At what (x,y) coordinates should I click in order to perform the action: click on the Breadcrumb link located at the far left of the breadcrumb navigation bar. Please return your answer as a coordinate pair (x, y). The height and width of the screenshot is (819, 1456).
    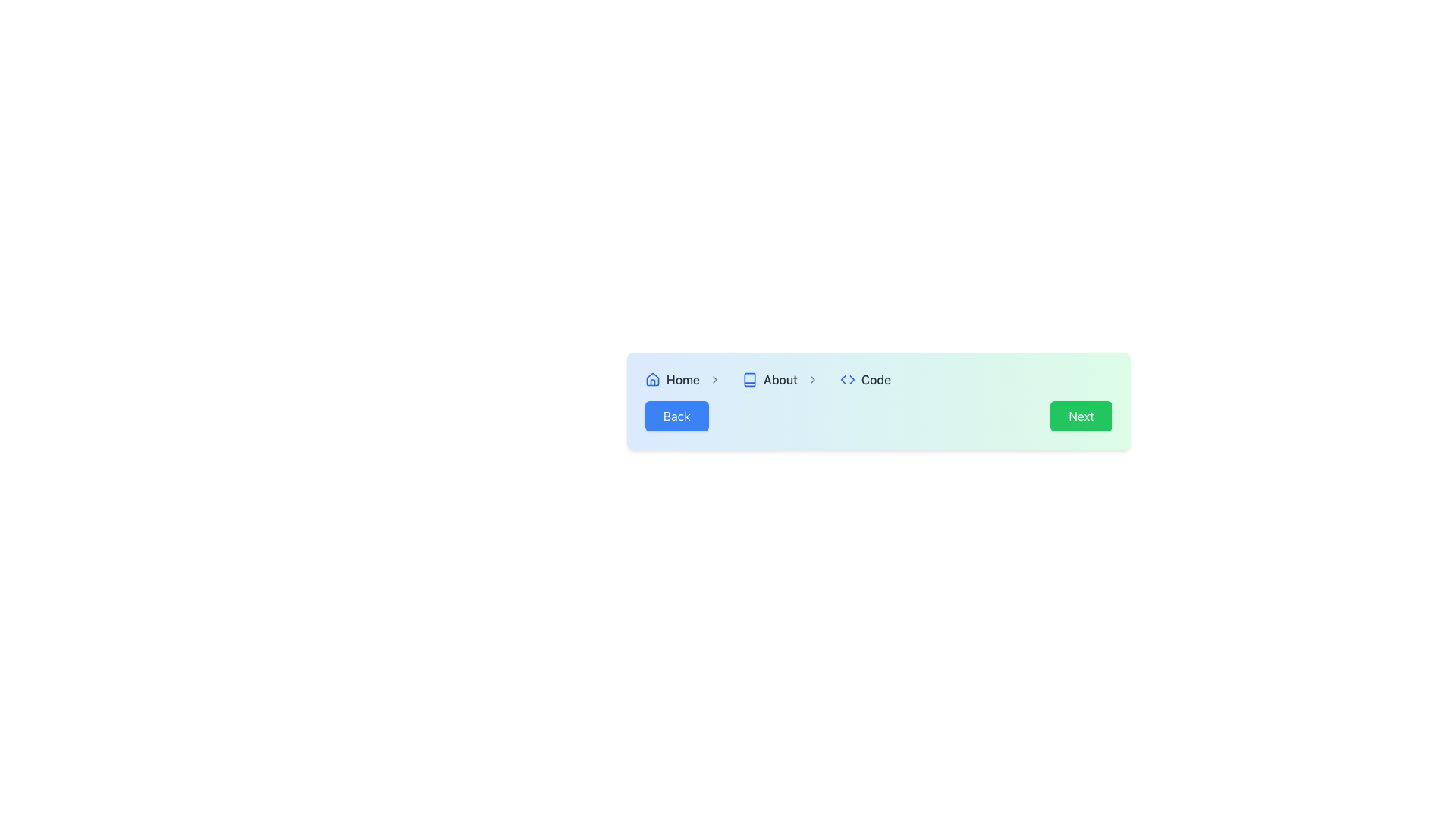
    Looking at the image, I should click on (687, 379).